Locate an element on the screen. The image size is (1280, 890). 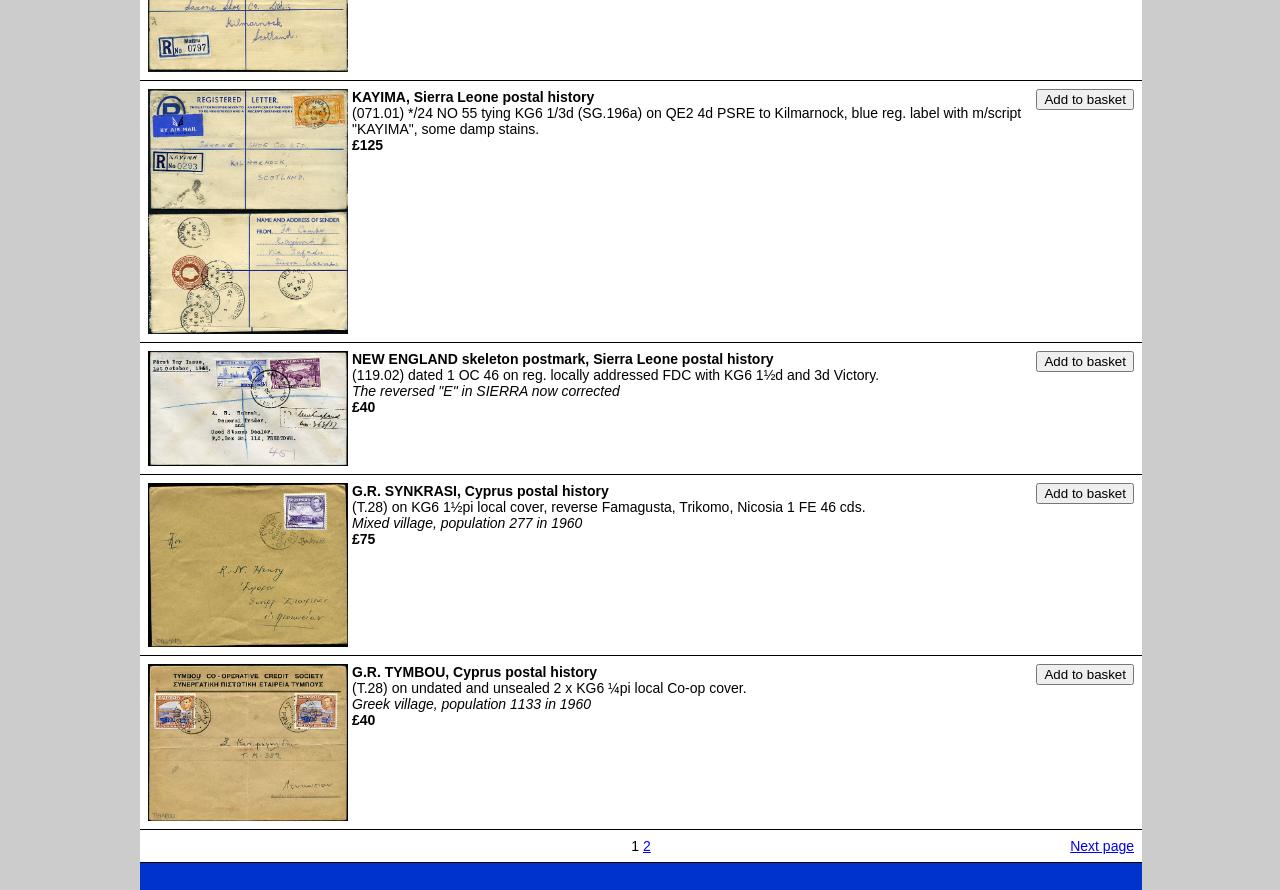
'NEW ENGLAND skeleton postmark, Sierra Leone postal history' is located at coordinates (561, 359).